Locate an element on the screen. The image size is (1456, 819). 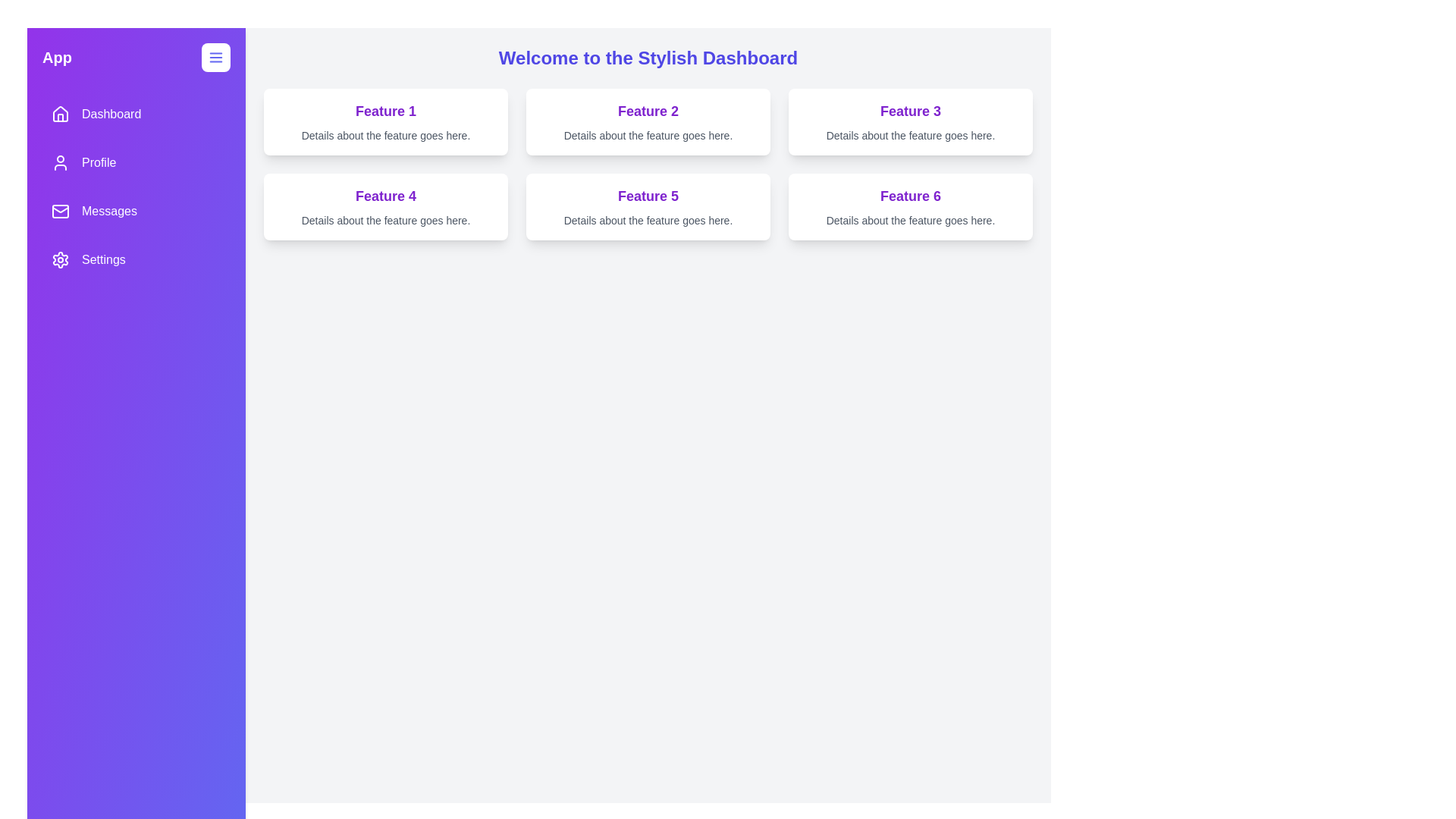
static label that serves as a menu item for navigating to the settings page, located fourth in the menu section on the left is located at coordinates (102, 259).